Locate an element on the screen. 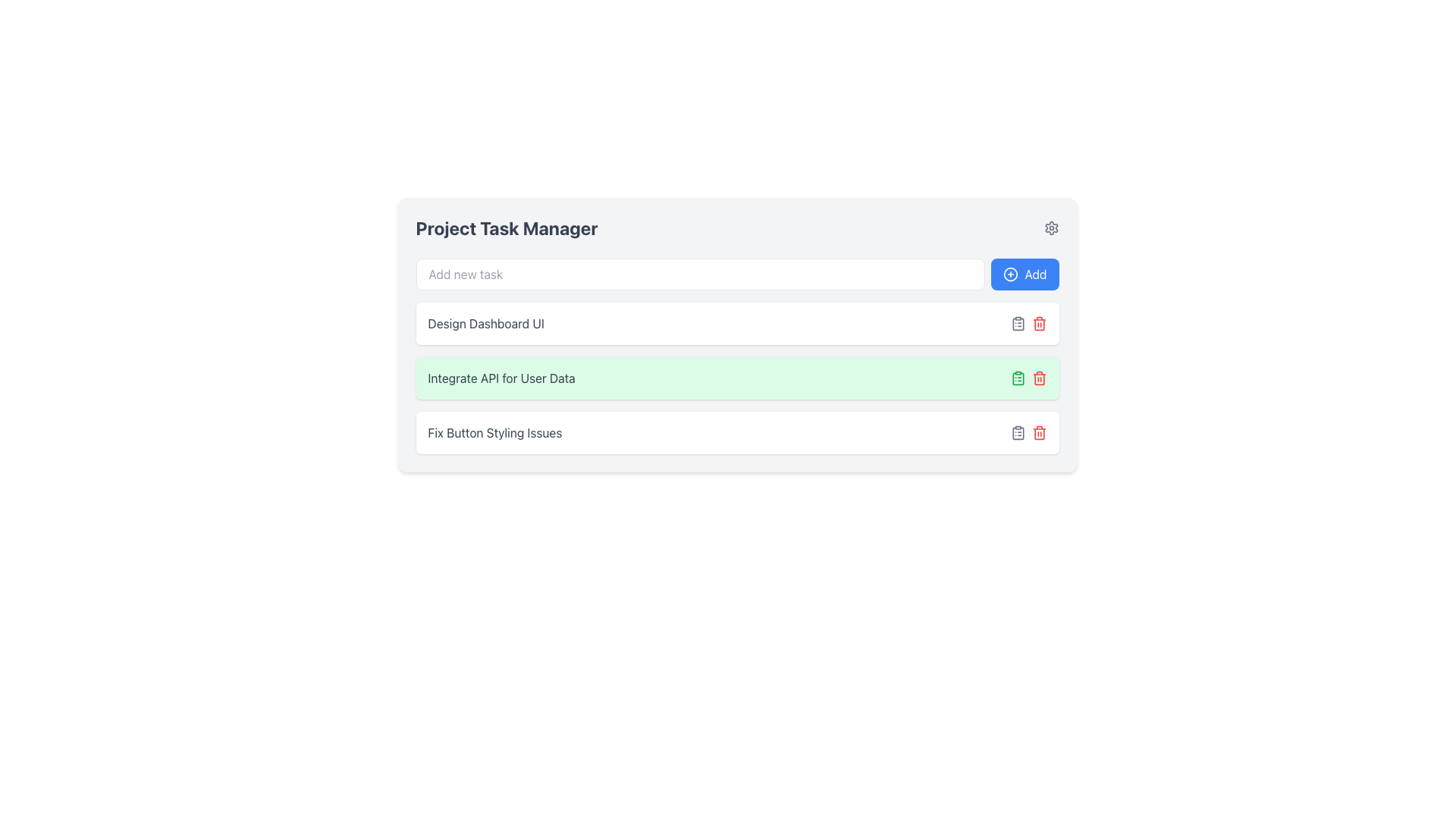 The width and height of the screenshot is (1456, 819). the 'Add' icon embedded in the blue button is located at coordinates (1011, 275).